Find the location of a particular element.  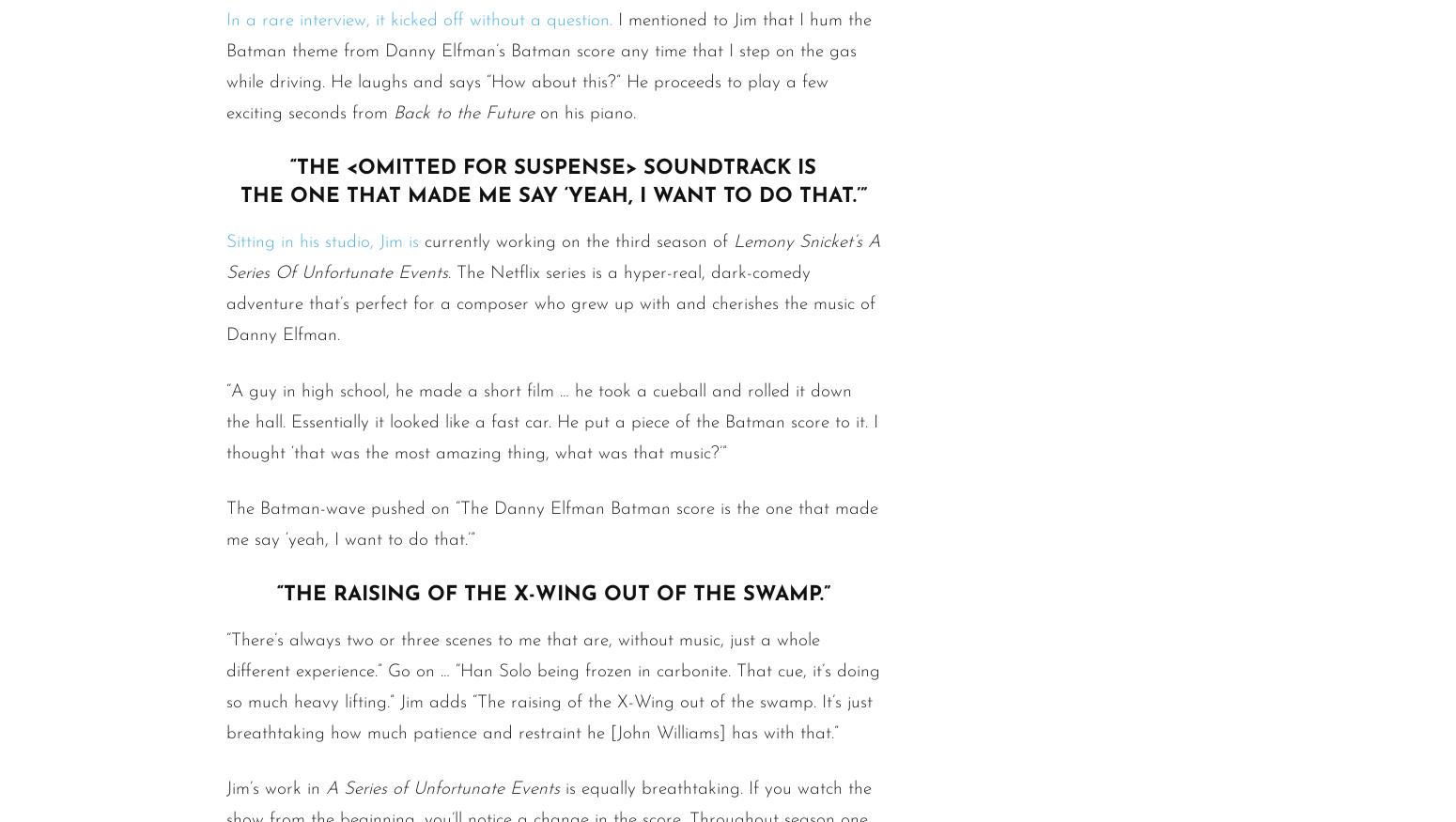

'“The raising of the X-Wing out of the swamp.”' is located at coordinates (552, 593).